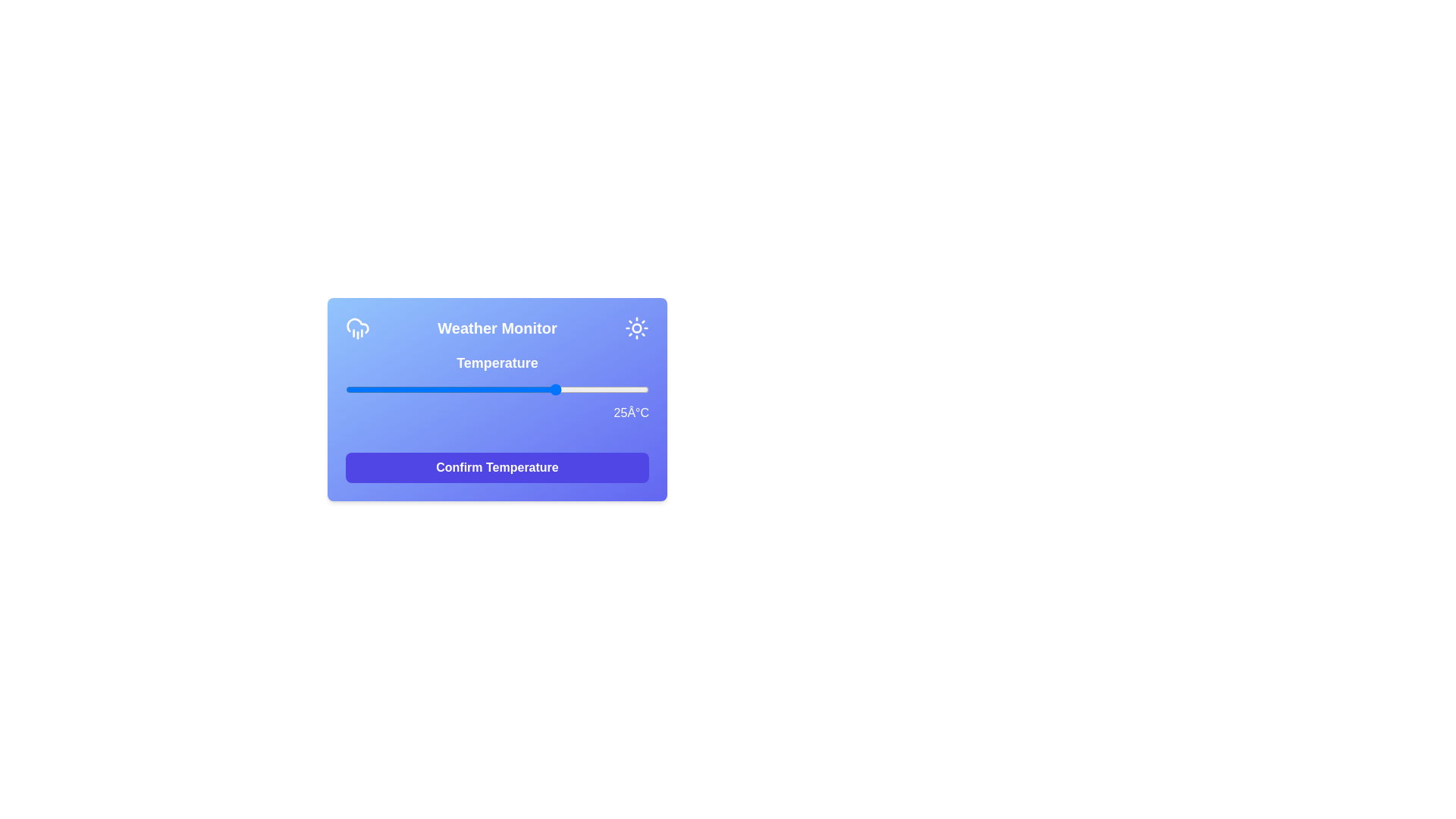 The image size is (1456, 819). Describe the element at coordinates (497, 467) in the screenshot. I see `the 'Confirm Temperature' button, which is an indigo-blue rectangular button with rounded corners and bold white text` at that location.